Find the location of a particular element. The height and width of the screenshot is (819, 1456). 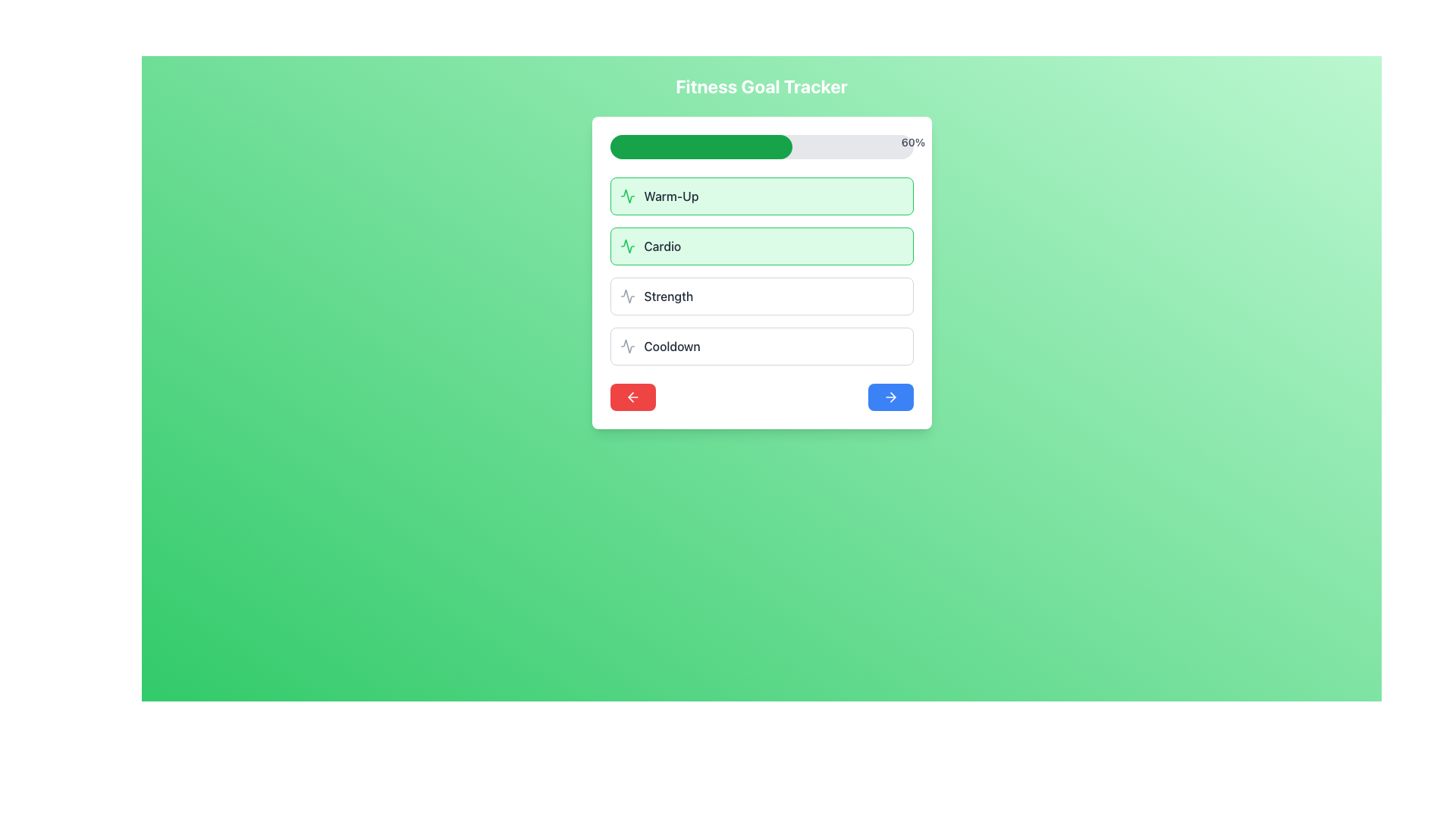

the green activity curve icon located on the left side of the 'Warm-Up' section, which is the first selection box in the vertical list of exercise categories is located at coordinates (627, 195).